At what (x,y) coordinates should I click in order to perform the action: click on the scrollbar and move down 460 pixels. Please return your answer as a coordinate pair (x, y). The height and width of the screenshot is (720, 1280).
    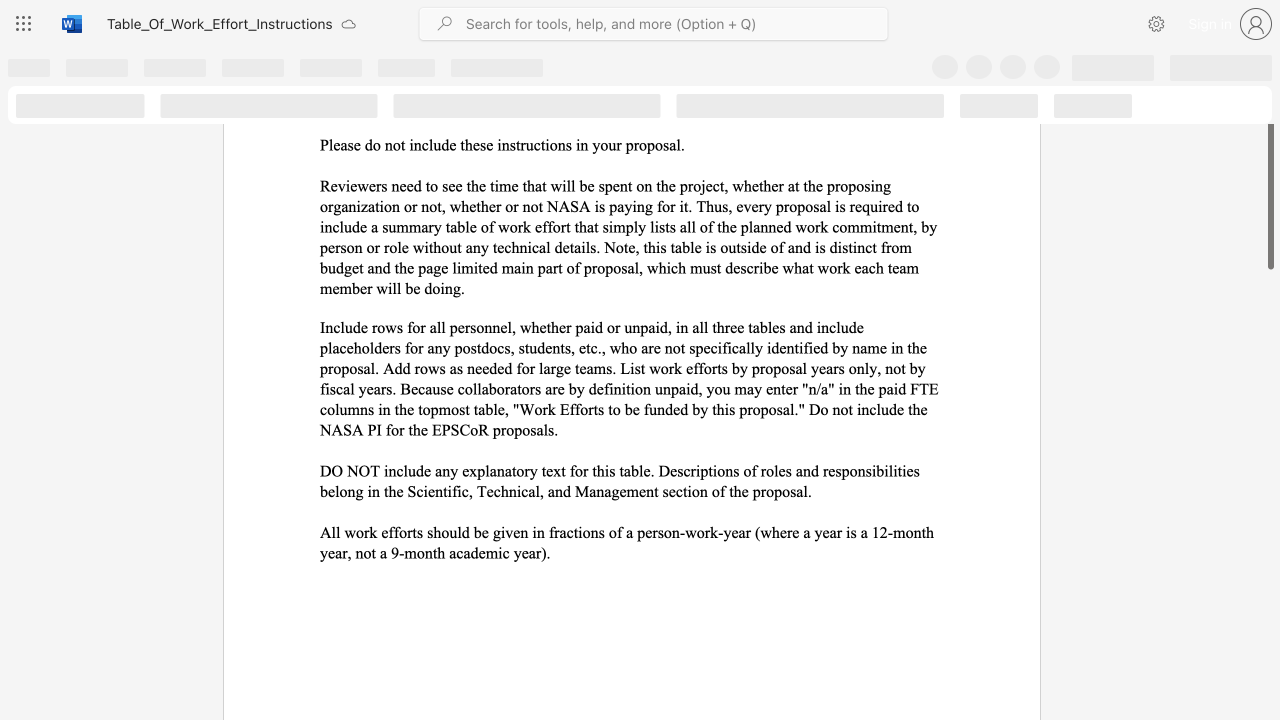
    Looking at the image, I should click on (1269, 171).